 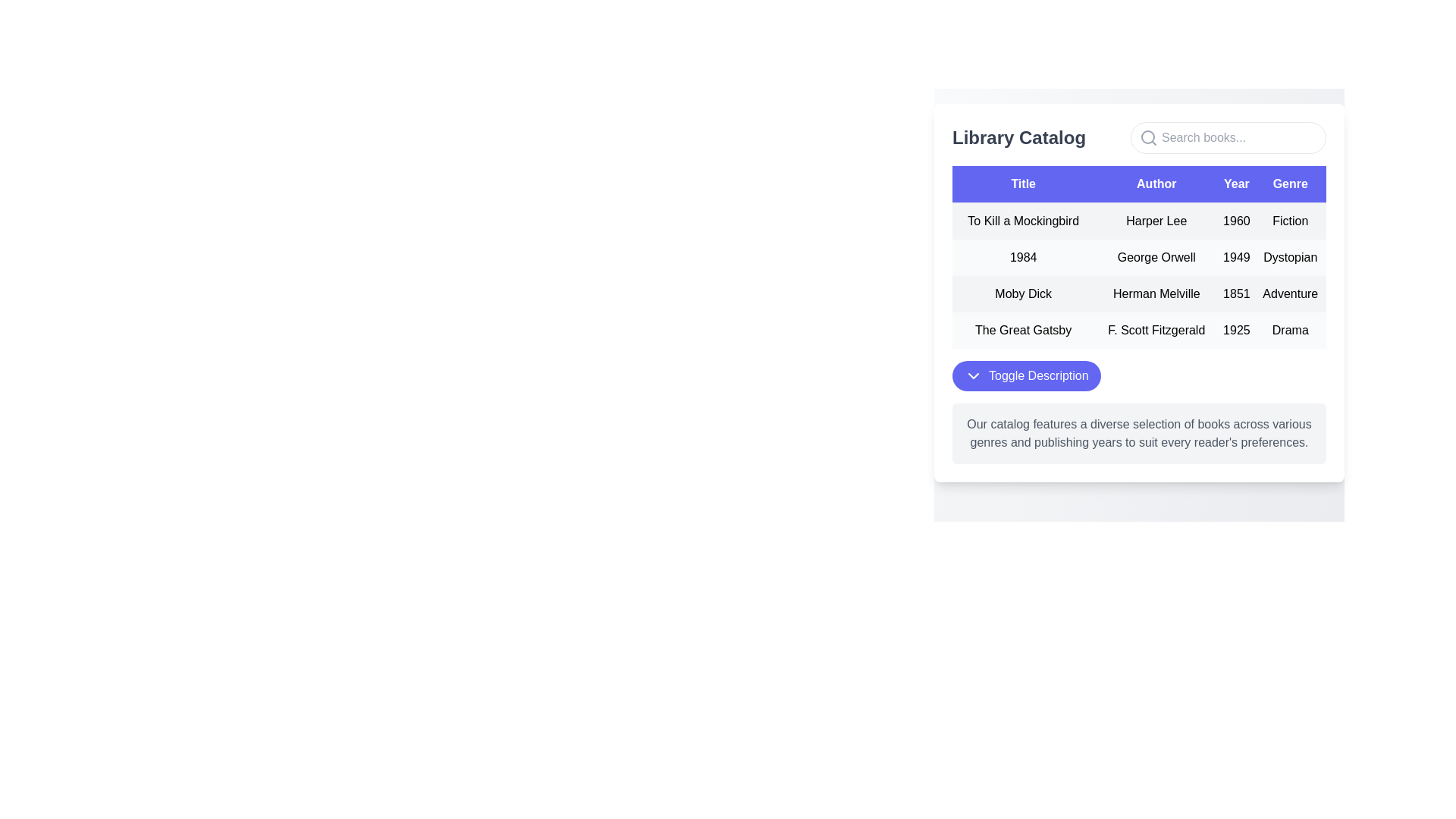 I want to click on the text label displaying '1984' in black font located in the second row under the 'Title' column, so click(x=1023, y=256).